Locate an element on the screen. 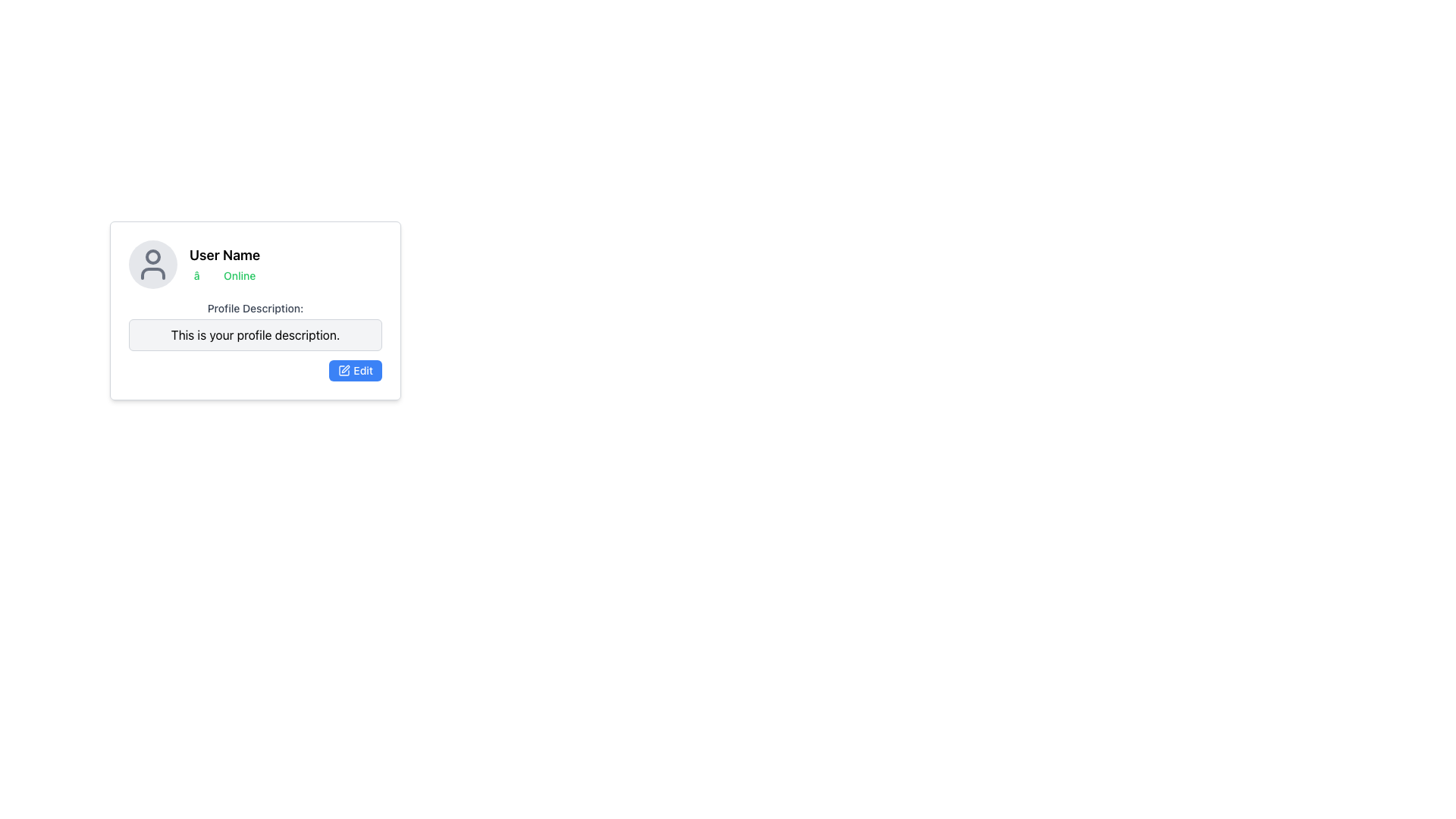 The height and width of the screenshot is (819, 1456). the 'Online' label, which displays the word 'Online' in green with a small green dot preceding it, located directly below the 'User Name' text in the user profile card is located at coordinates (224, 275).